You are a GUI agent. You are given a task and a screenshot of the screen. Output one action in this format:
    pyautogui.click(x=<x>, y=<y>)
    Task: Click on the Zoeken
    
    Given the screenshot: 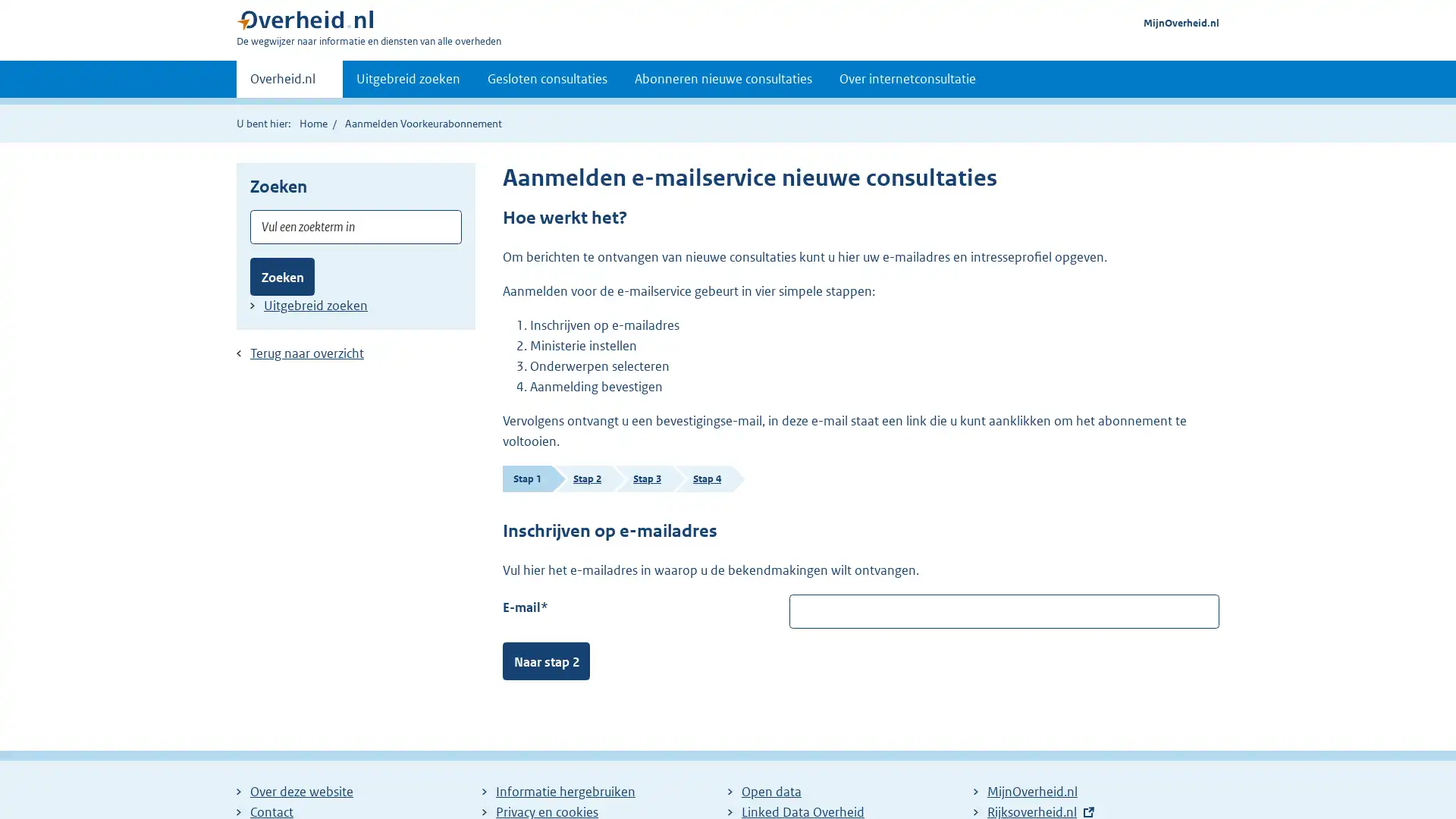 What is the action you would take?
    pyautogui.click(x=282, y=276)
    